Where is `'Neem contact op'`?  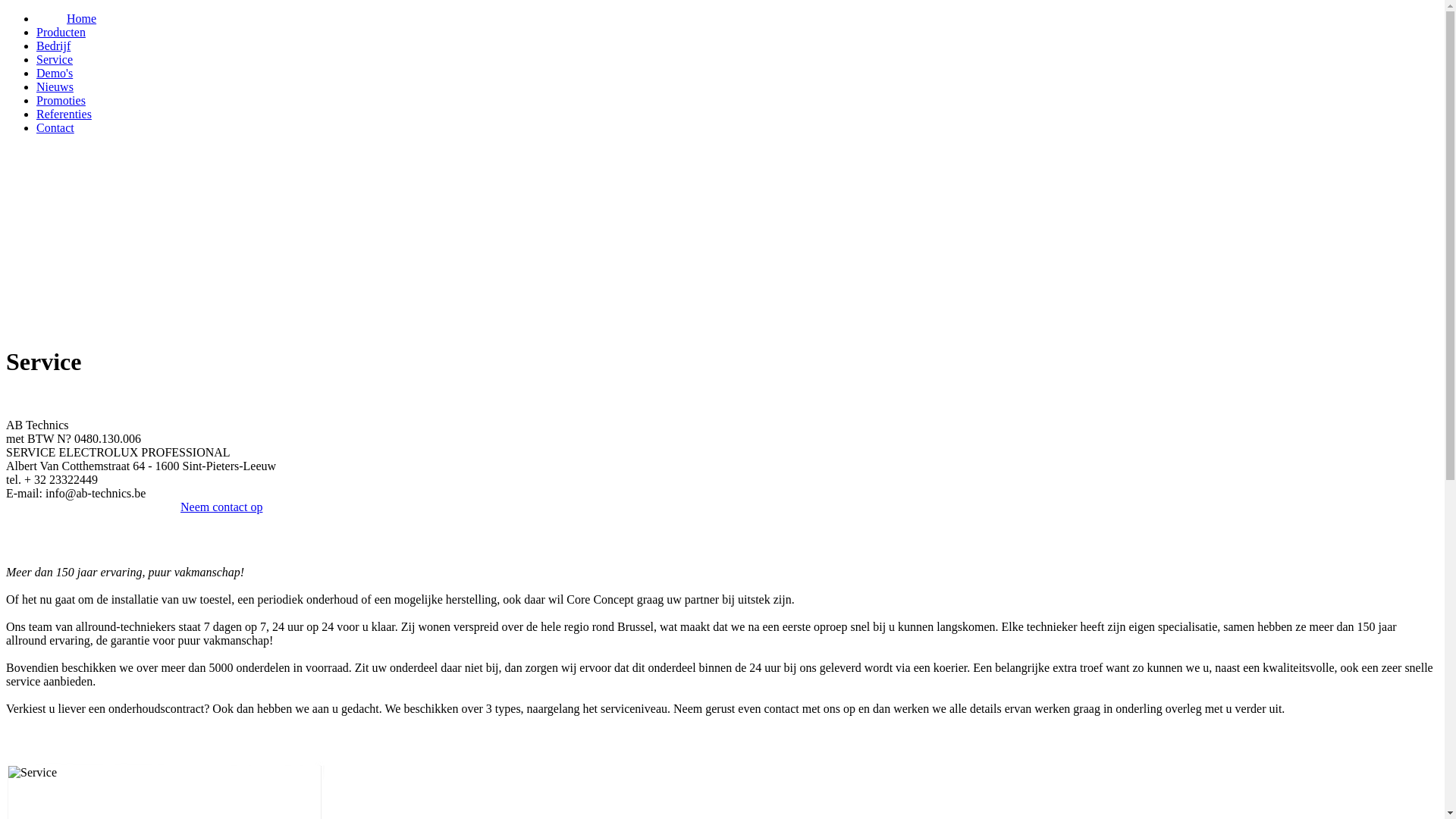
'Neem contact op' is located at coordinates (221, 507).